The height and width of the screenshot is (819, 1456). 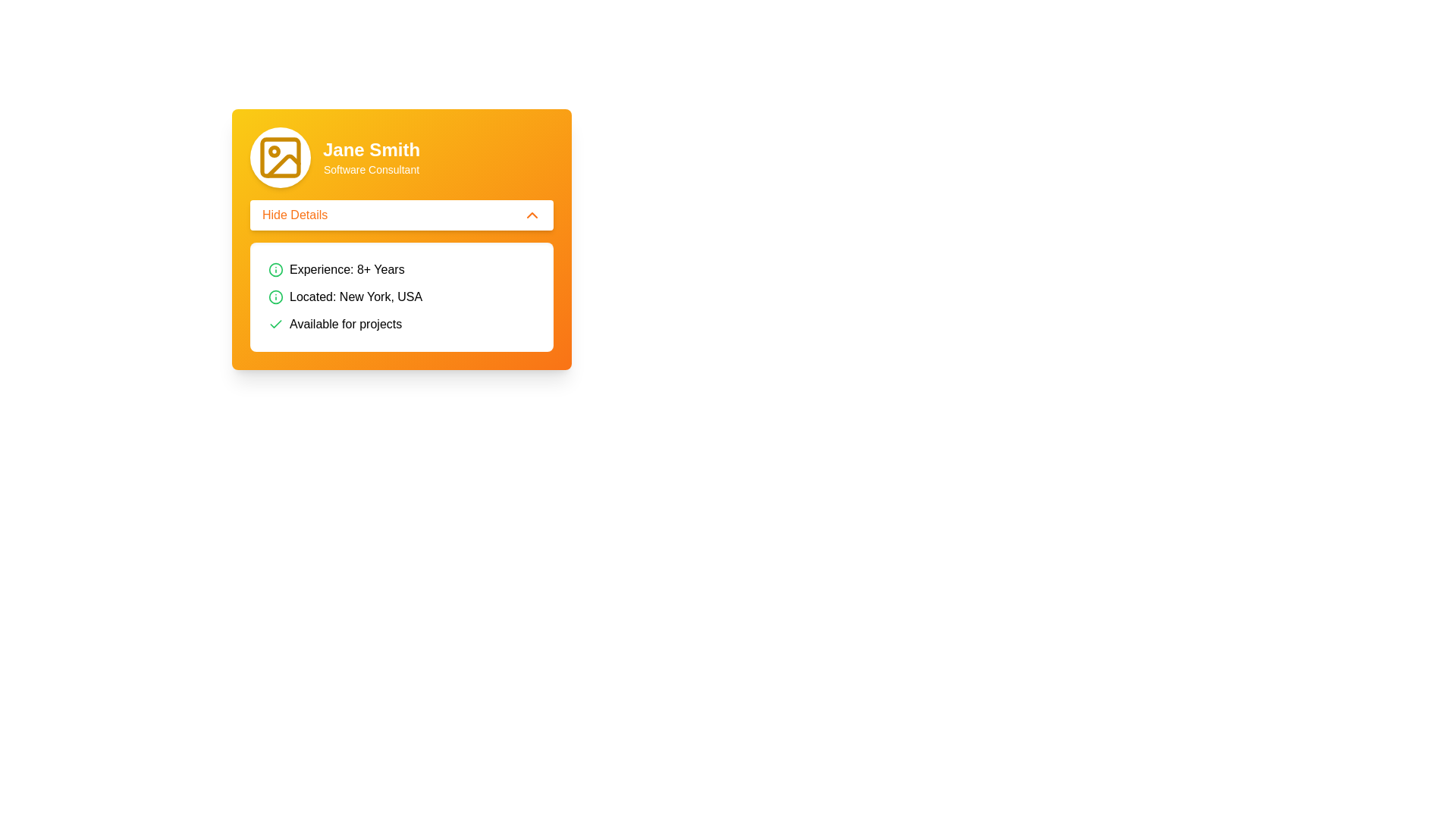 What do you see at coordinates (280, 158) in the screenshot?
I see `the Profile Picture Placeholder located at the top-left corner of the user detail card, adjacent to 'Jane Smith' and 'Software Consultant'` at bounding box center [280, 158].